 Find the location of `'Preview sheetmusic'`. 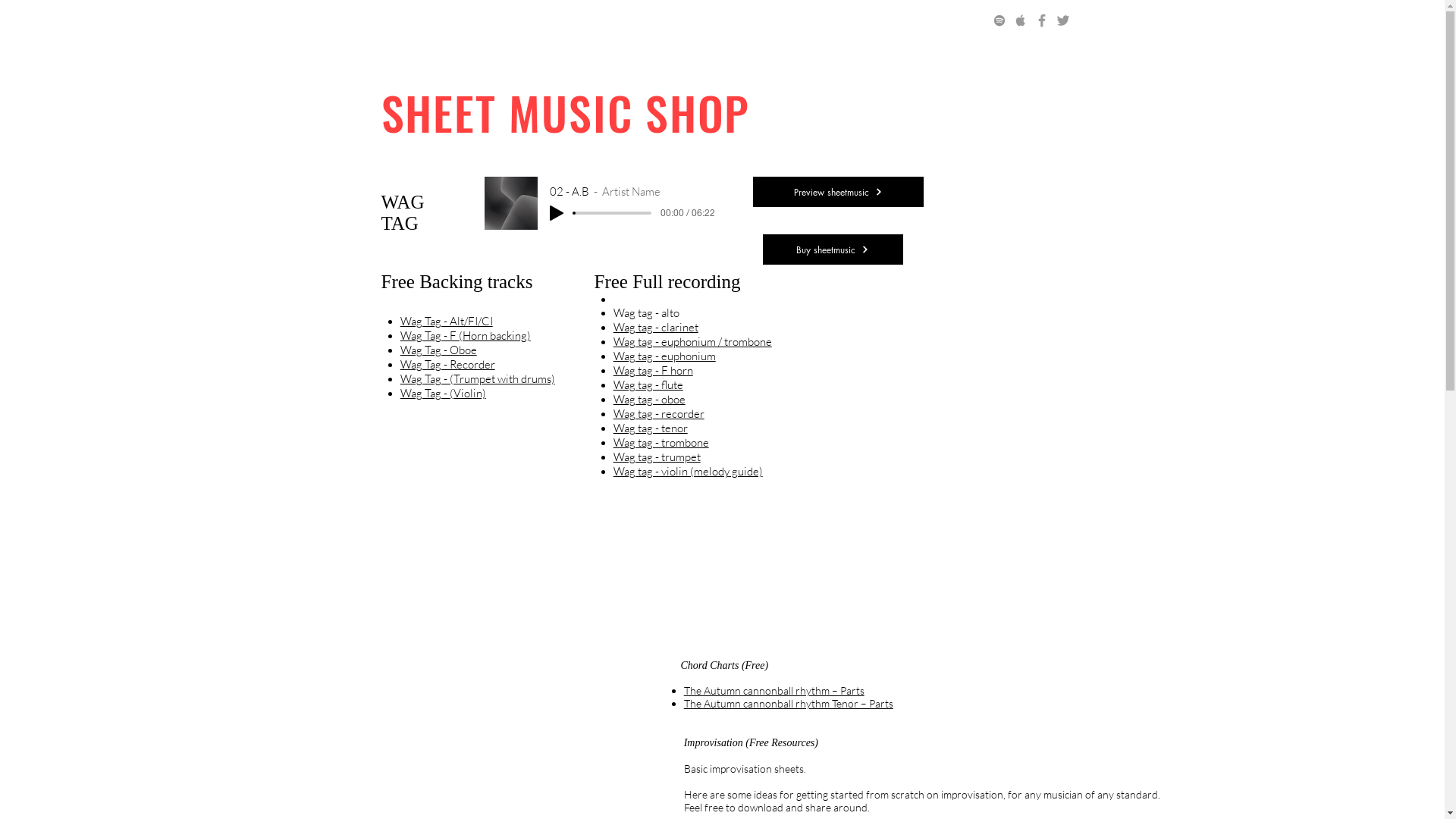

'Preview sheetmusic' is located at coordinates (752, 191).